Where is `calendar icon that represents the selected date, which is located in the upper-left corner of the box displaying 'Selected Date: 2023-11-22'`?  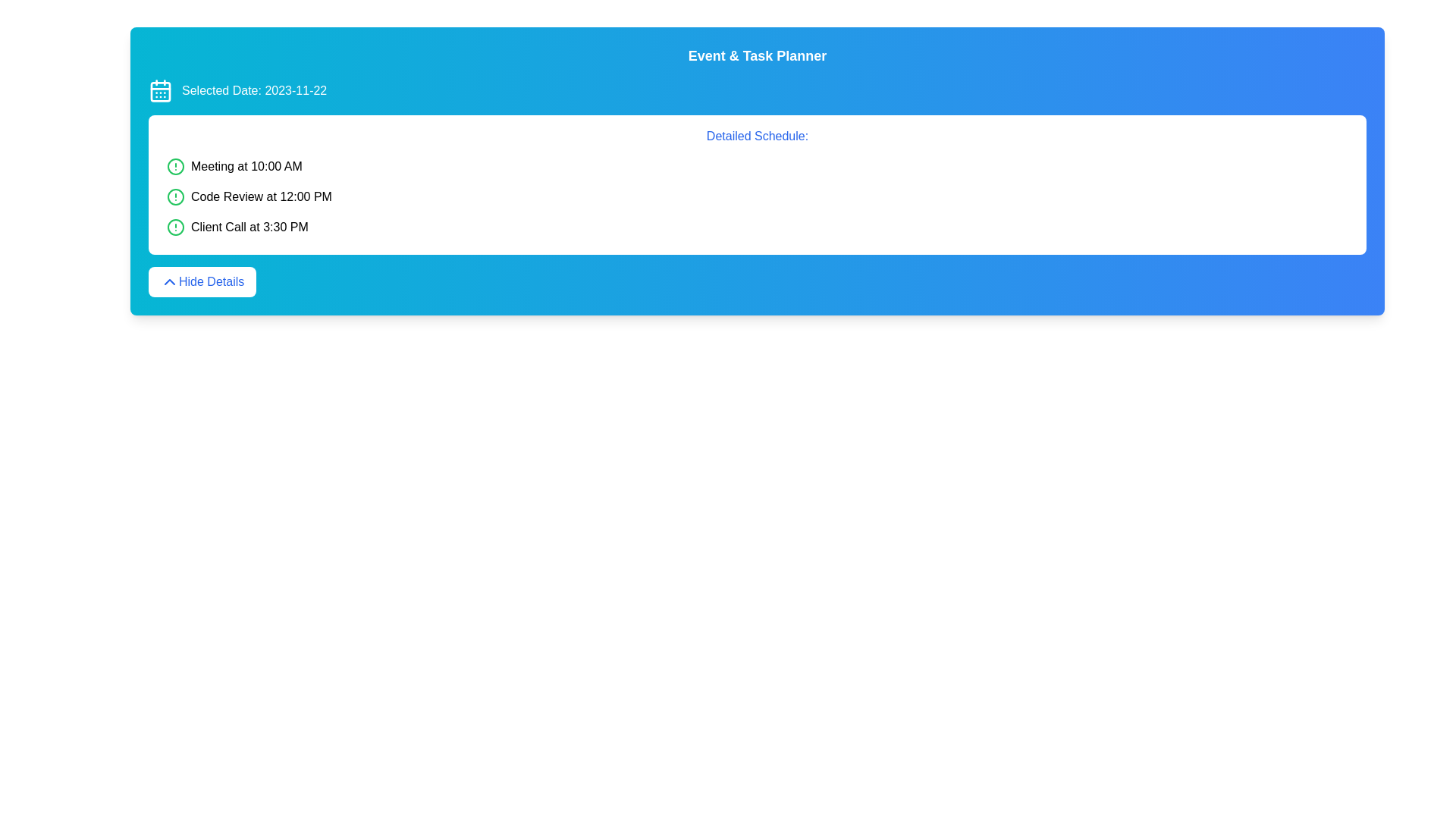
calendar icon that represents the selected date, which is located in the upper-left corner of the box displaying 'Selected Date: 2023-11-22' is located at coordinates (160, 90).